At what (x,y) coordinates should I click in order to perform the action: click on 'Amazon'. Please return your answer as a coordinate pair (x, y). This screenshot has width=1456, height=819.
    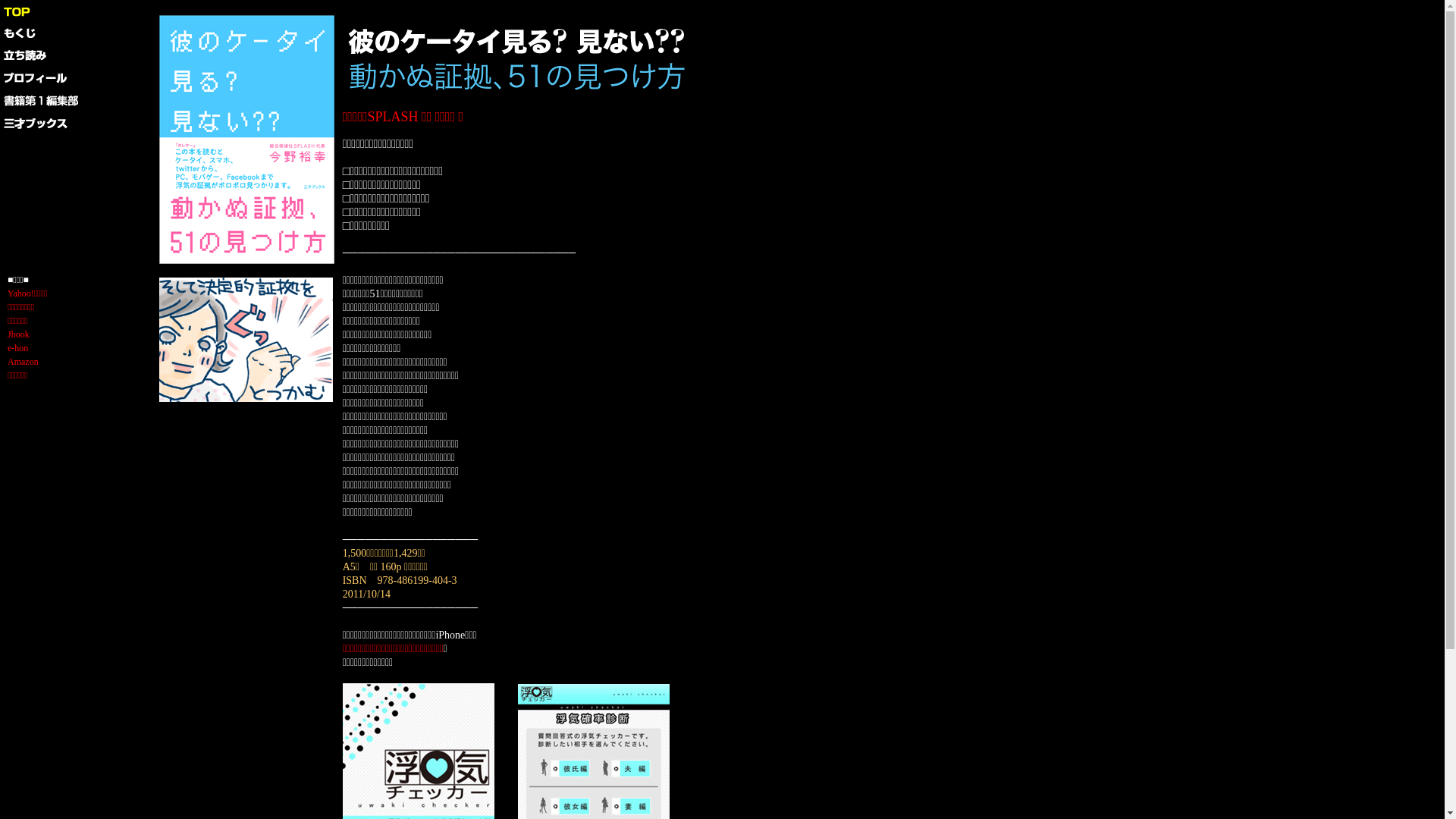
    Looking at the image, I should click on (23, 362).